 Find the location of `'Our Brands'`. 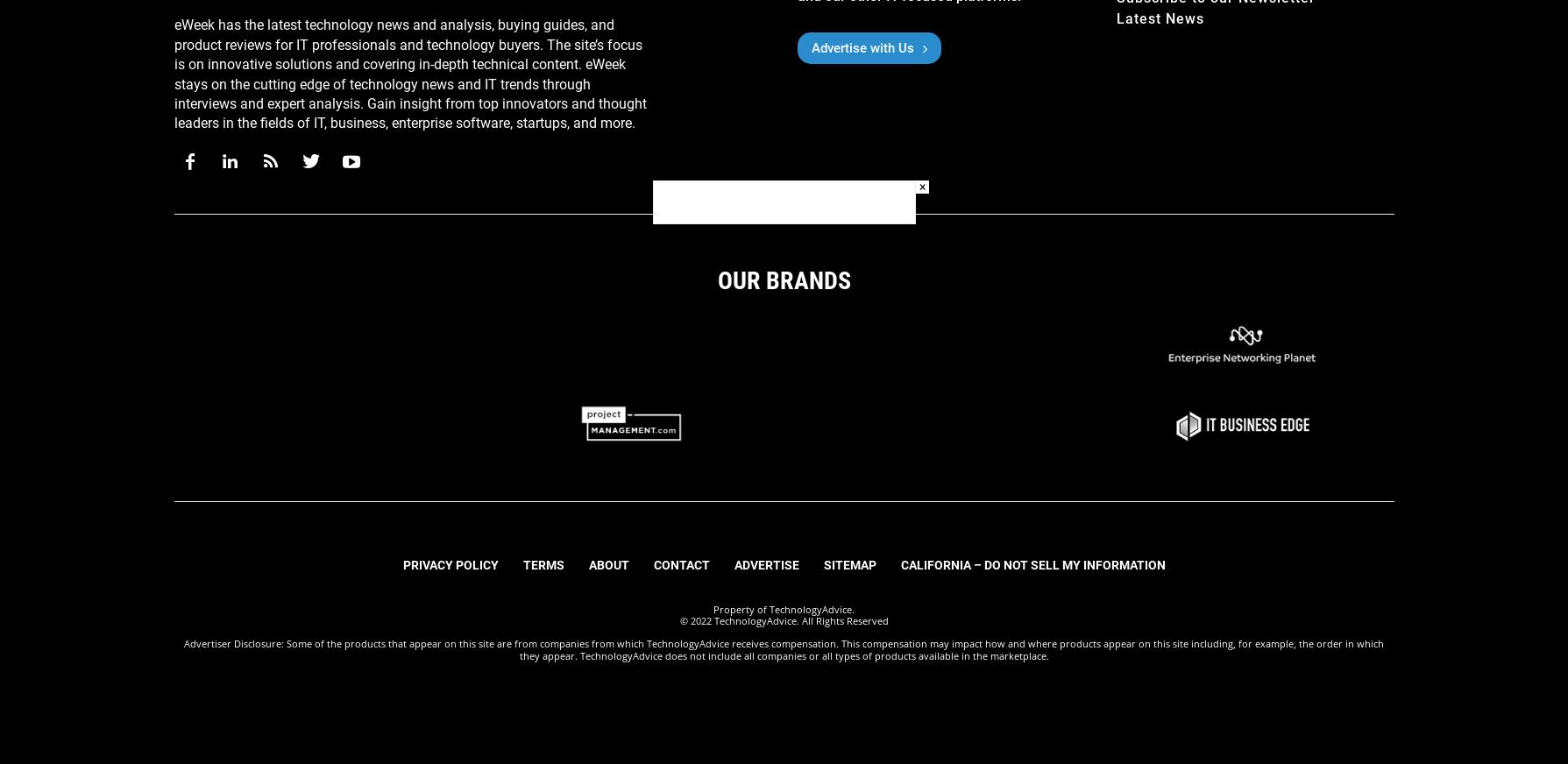

'Our Brands' is located at coordinates (716, 279).